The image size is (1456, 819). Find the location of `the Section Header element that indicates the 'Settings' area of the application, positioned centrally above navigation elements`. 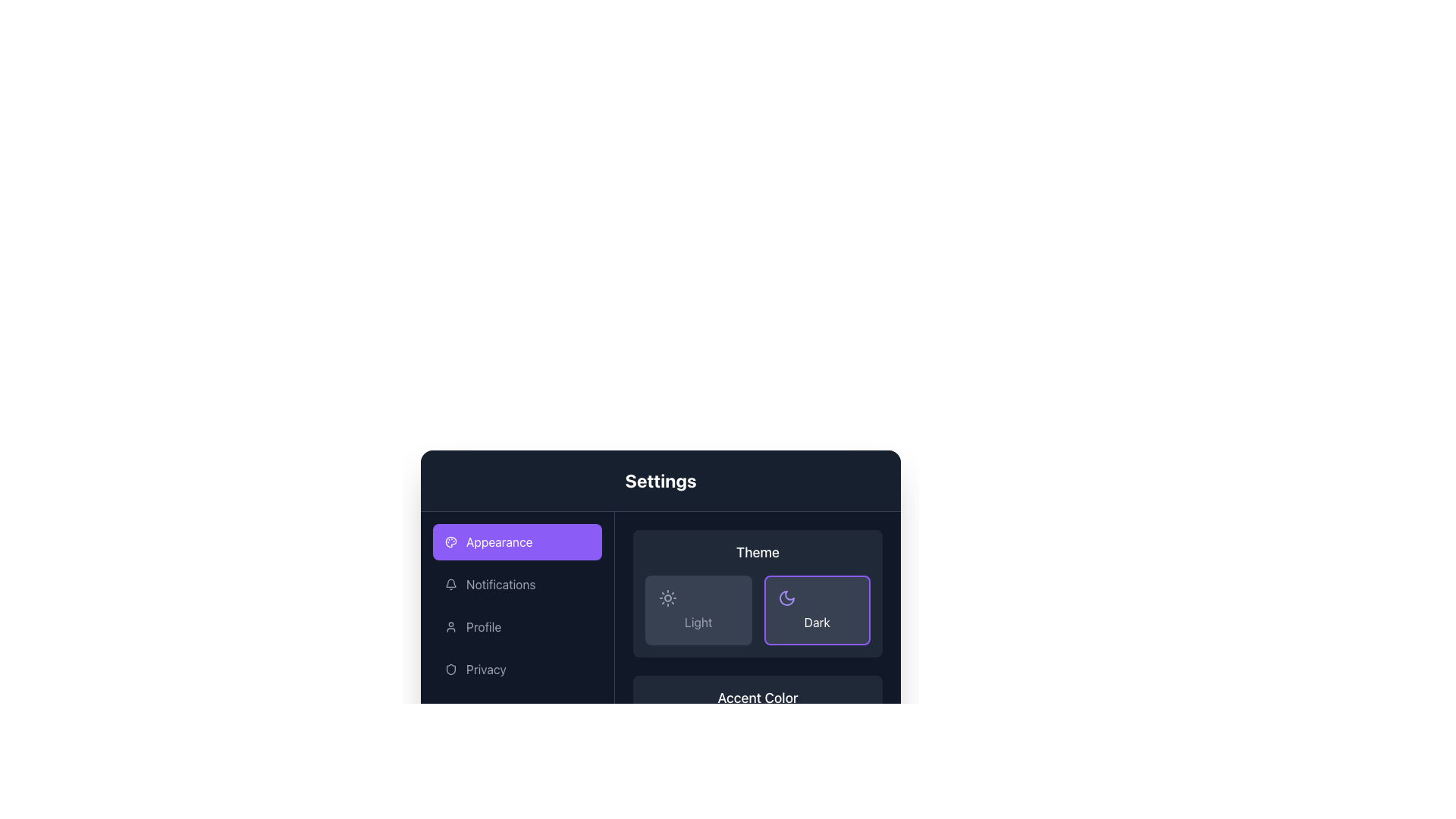

the Section Header element that indicates the 'Settings' area of the application, positioned centrally above navigation elements is located at coordinates (661, 481).